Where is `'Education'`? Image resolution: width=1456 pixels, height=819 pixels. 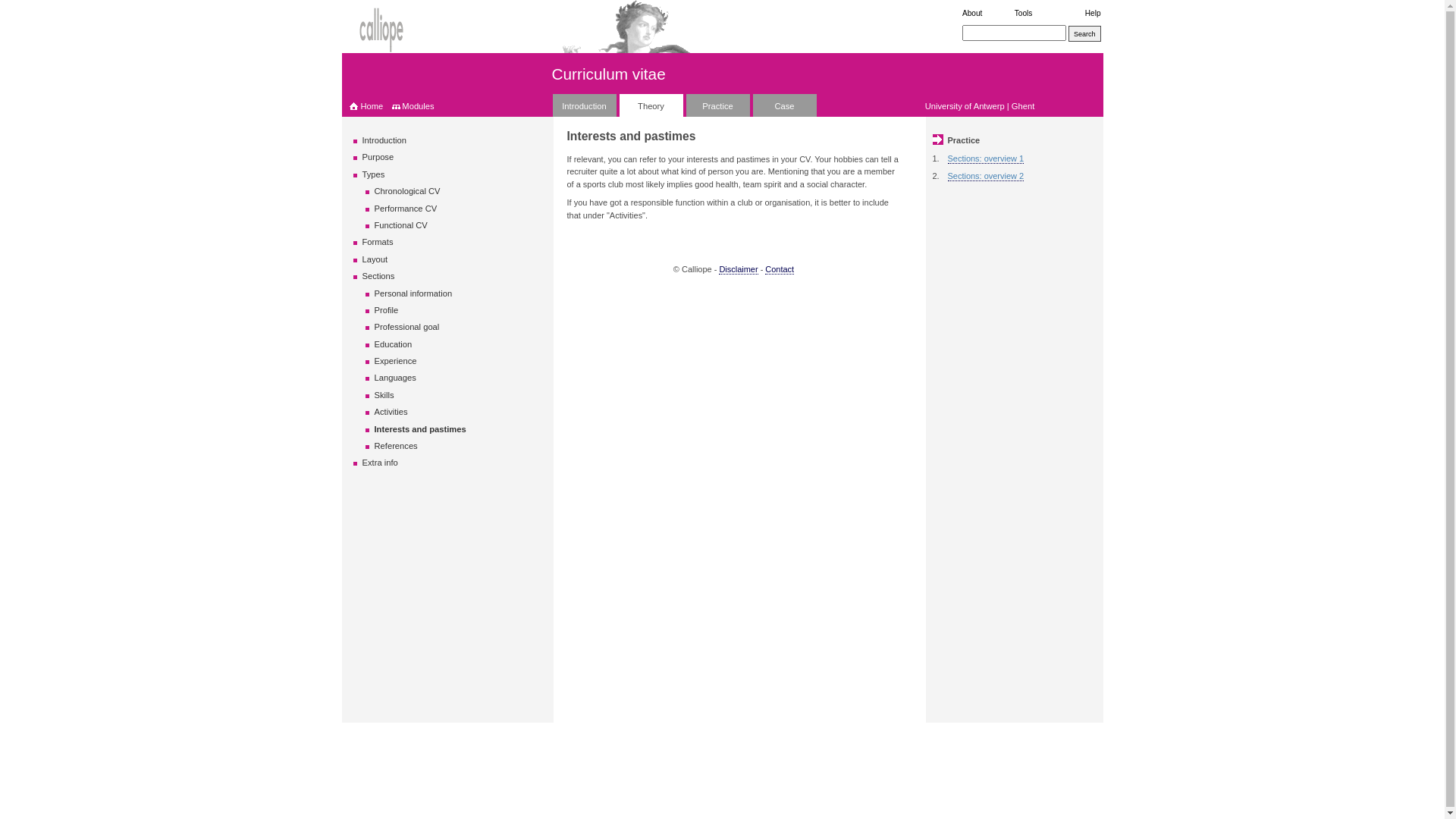 'Education' is located at coordinates (375, 344).